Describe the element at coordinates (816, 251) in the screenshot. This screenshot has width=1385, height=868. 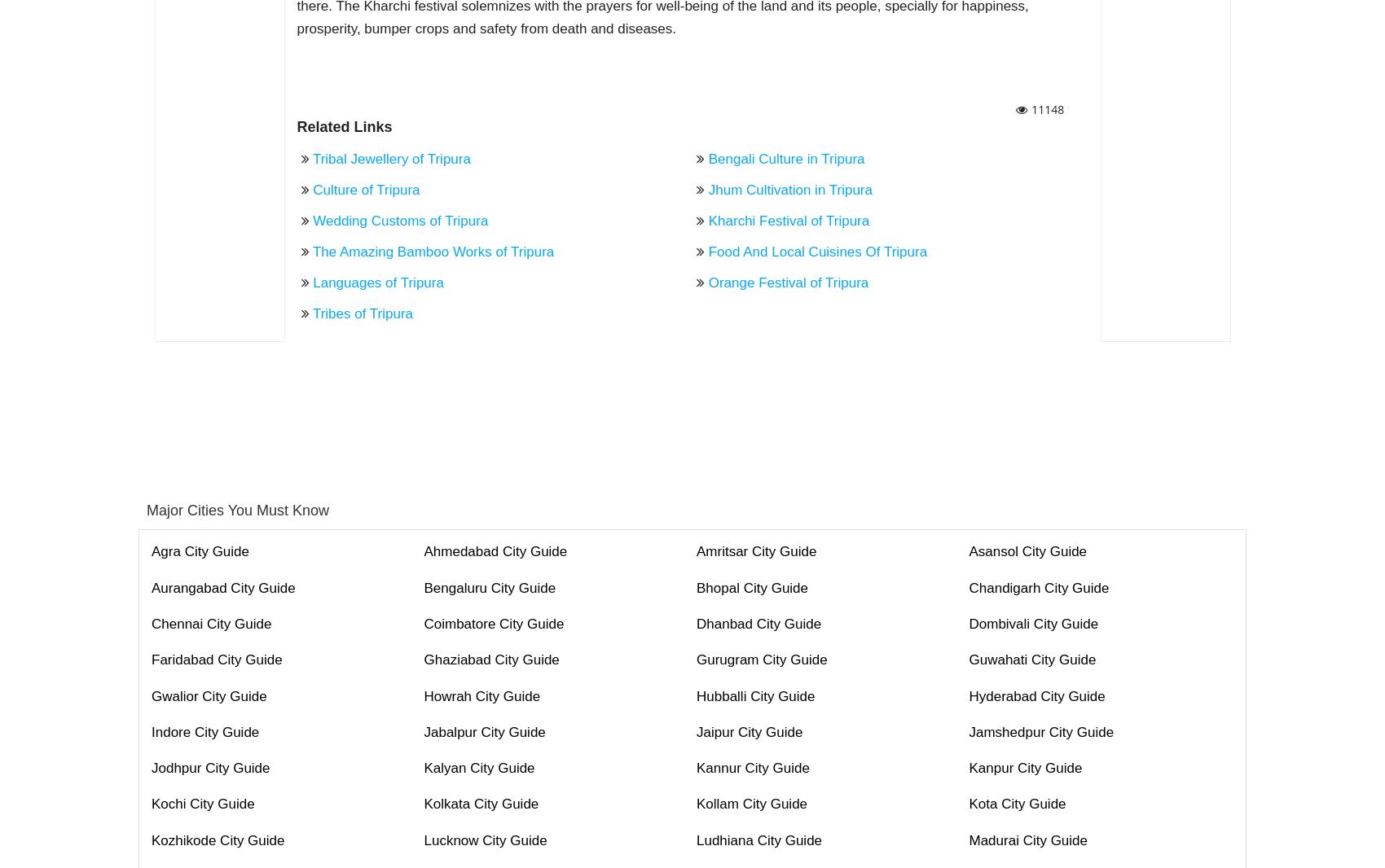
I see `'Food And Local Cuisines Of Tripura'` at that location.